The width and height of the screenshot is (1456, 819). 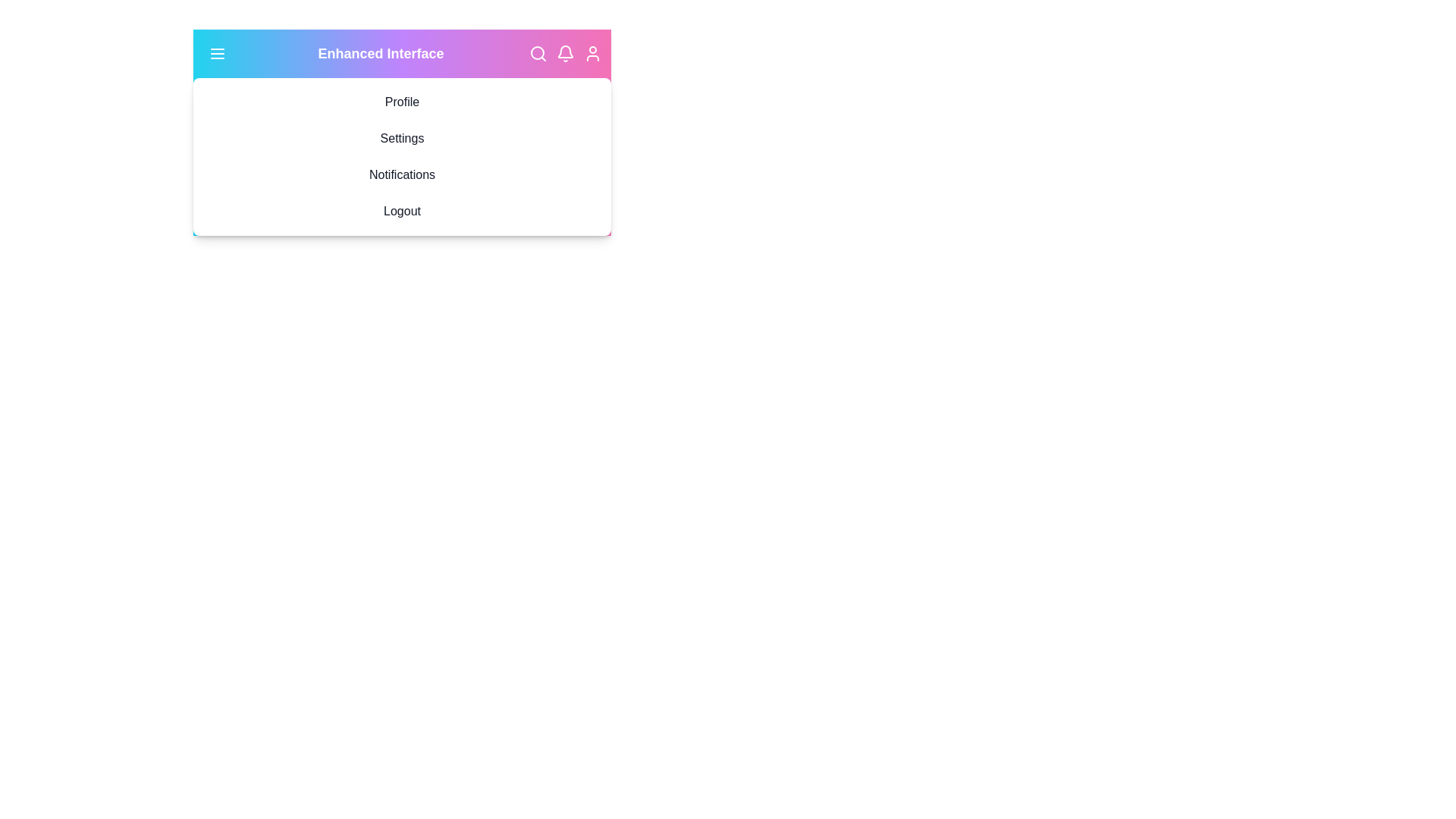 I want to click on the dropdown menu option Notifications by clicking it, so click(x=402, y=174).